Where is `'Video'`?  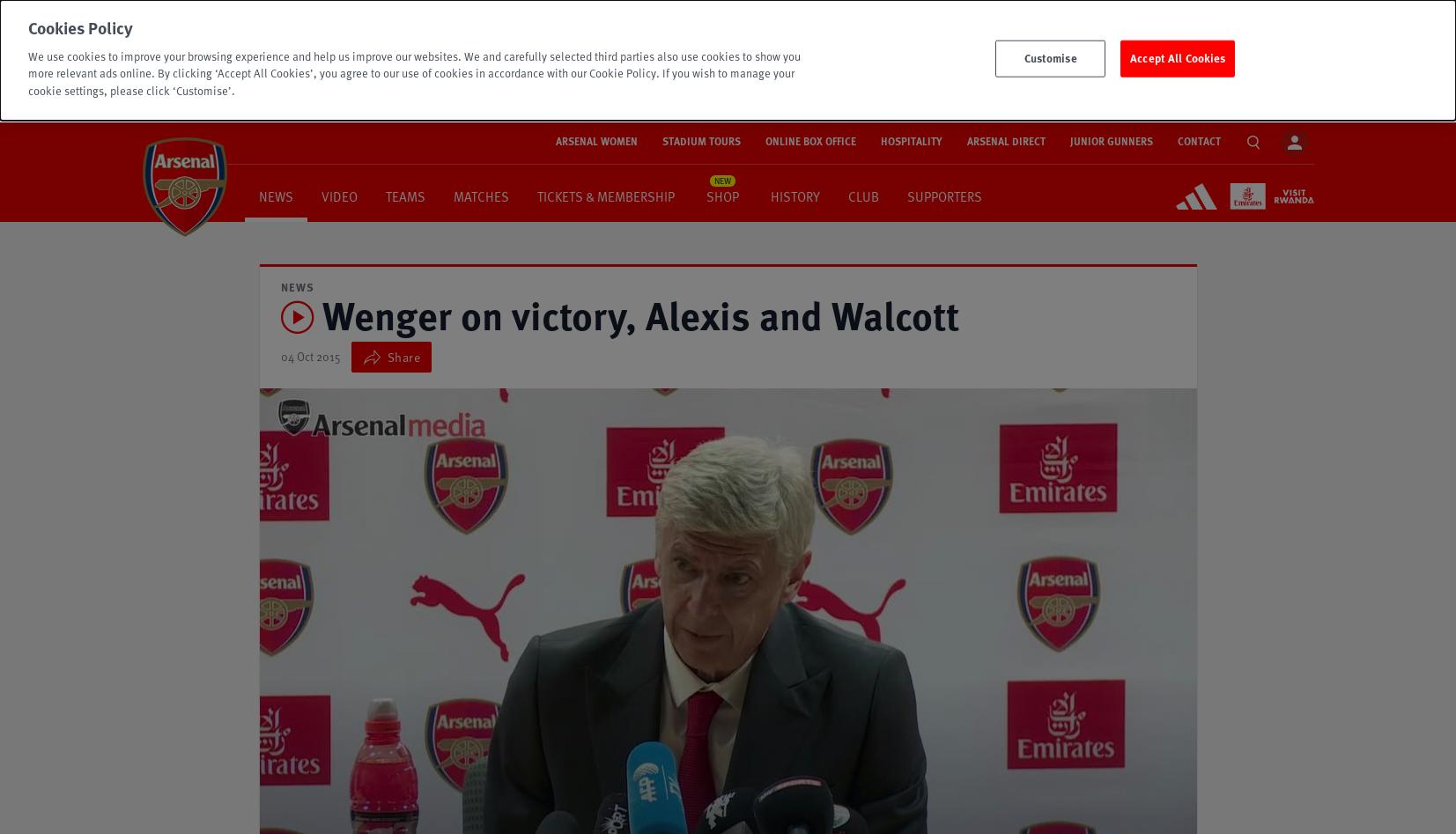 'Video' is located at coordinates (337, 195).